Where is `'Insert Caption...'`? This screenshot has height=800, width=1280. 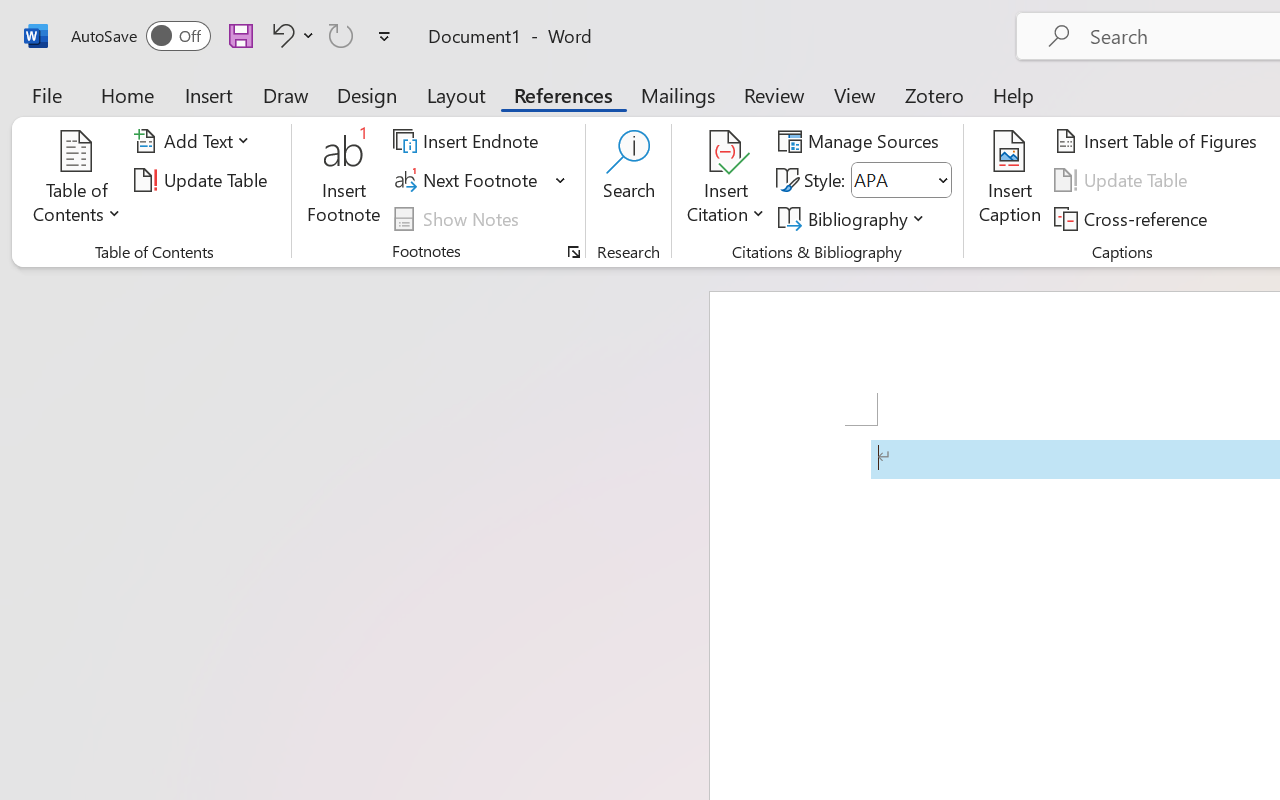 'Insert Caption...' is located at coordinates (1009, 179).